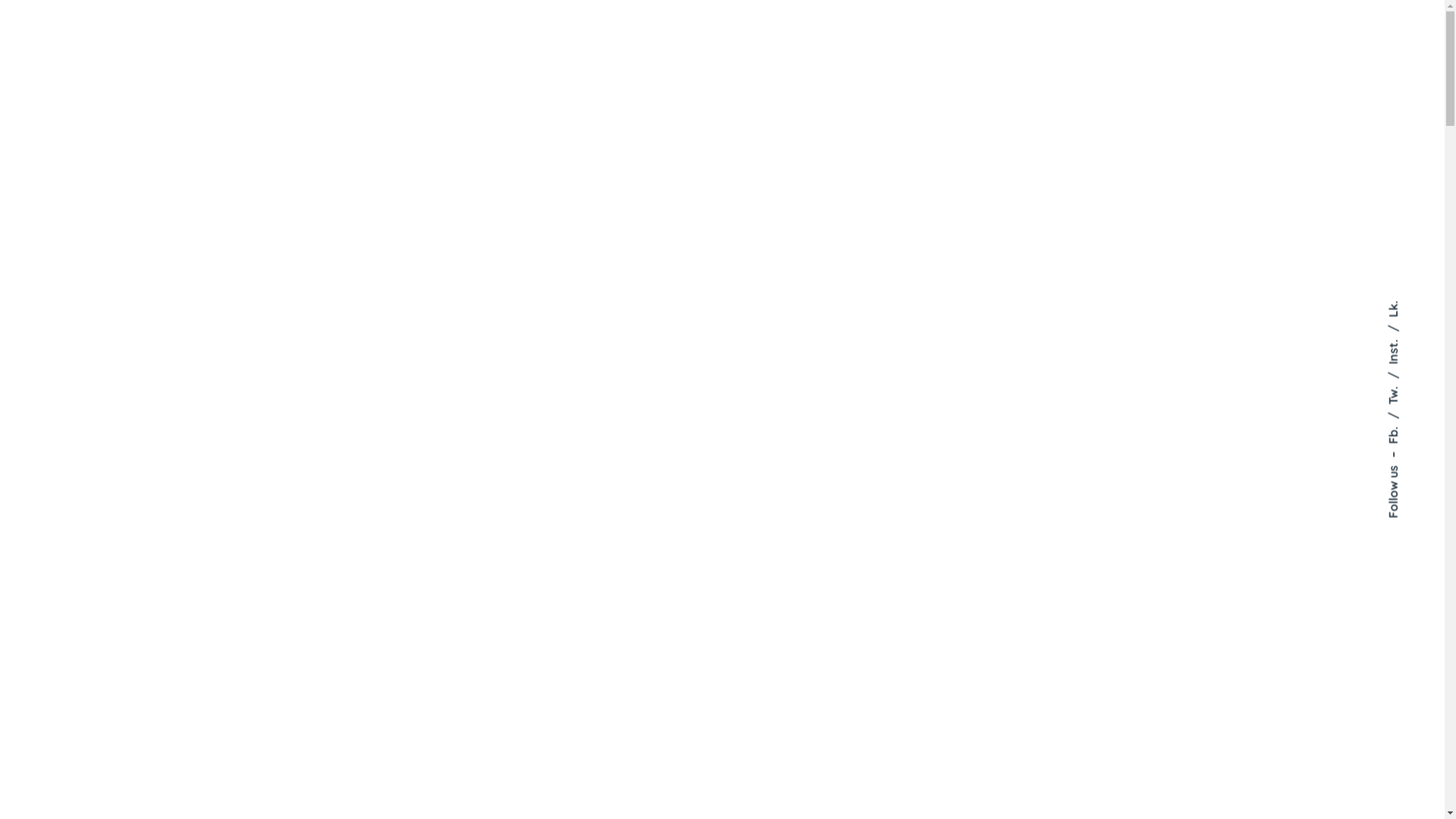  Describe the element at coordinates (1385, 331) in the screenshot. I see `'Inst.'` at that location.